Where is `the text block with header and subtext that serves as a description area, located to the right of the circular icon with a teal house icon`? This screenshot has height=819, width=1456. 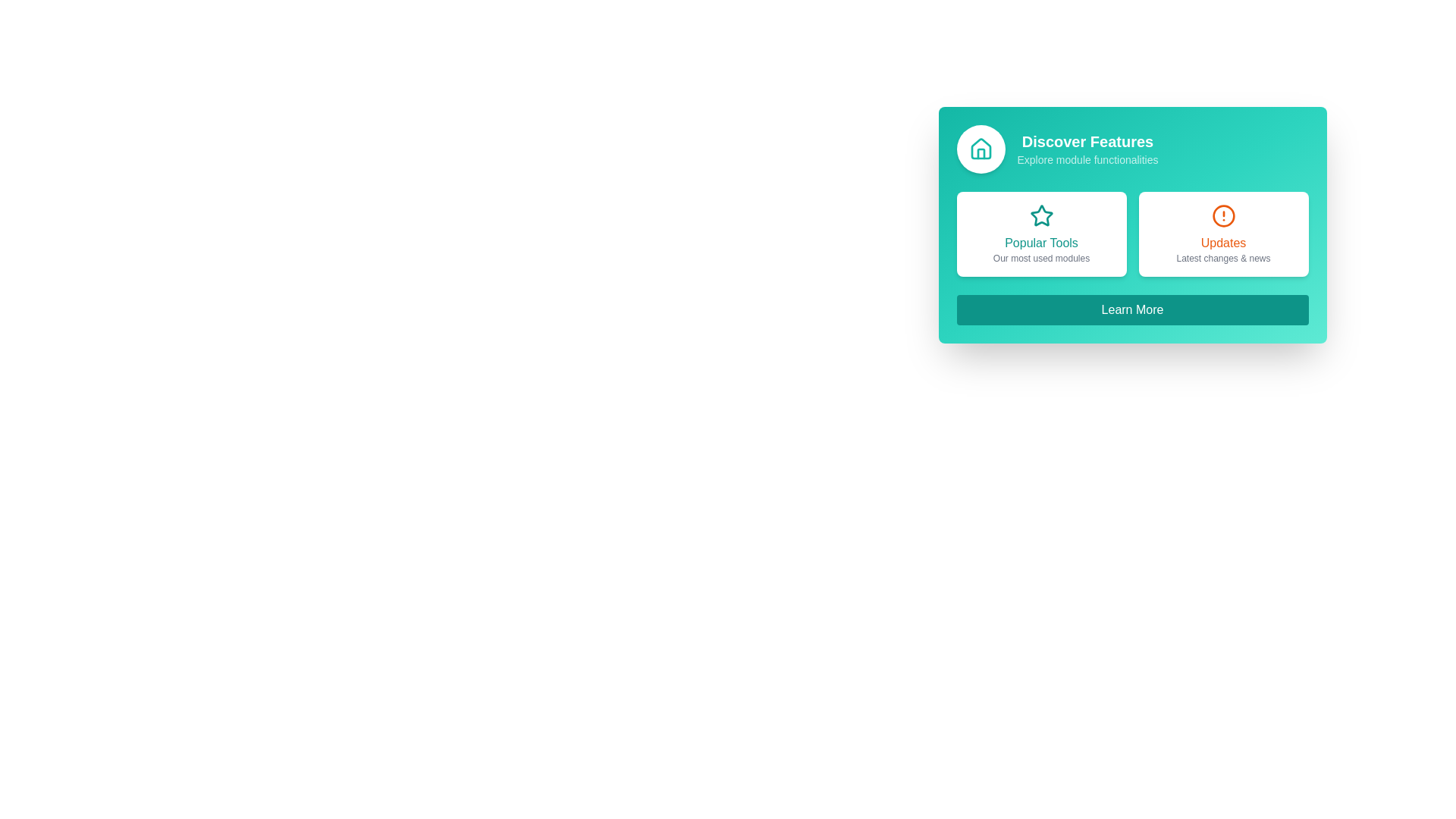 the text block with header and subtext that serves as a description area, located to the right of the circular icon with a teal house icon is located at coordinates (1087, 149).